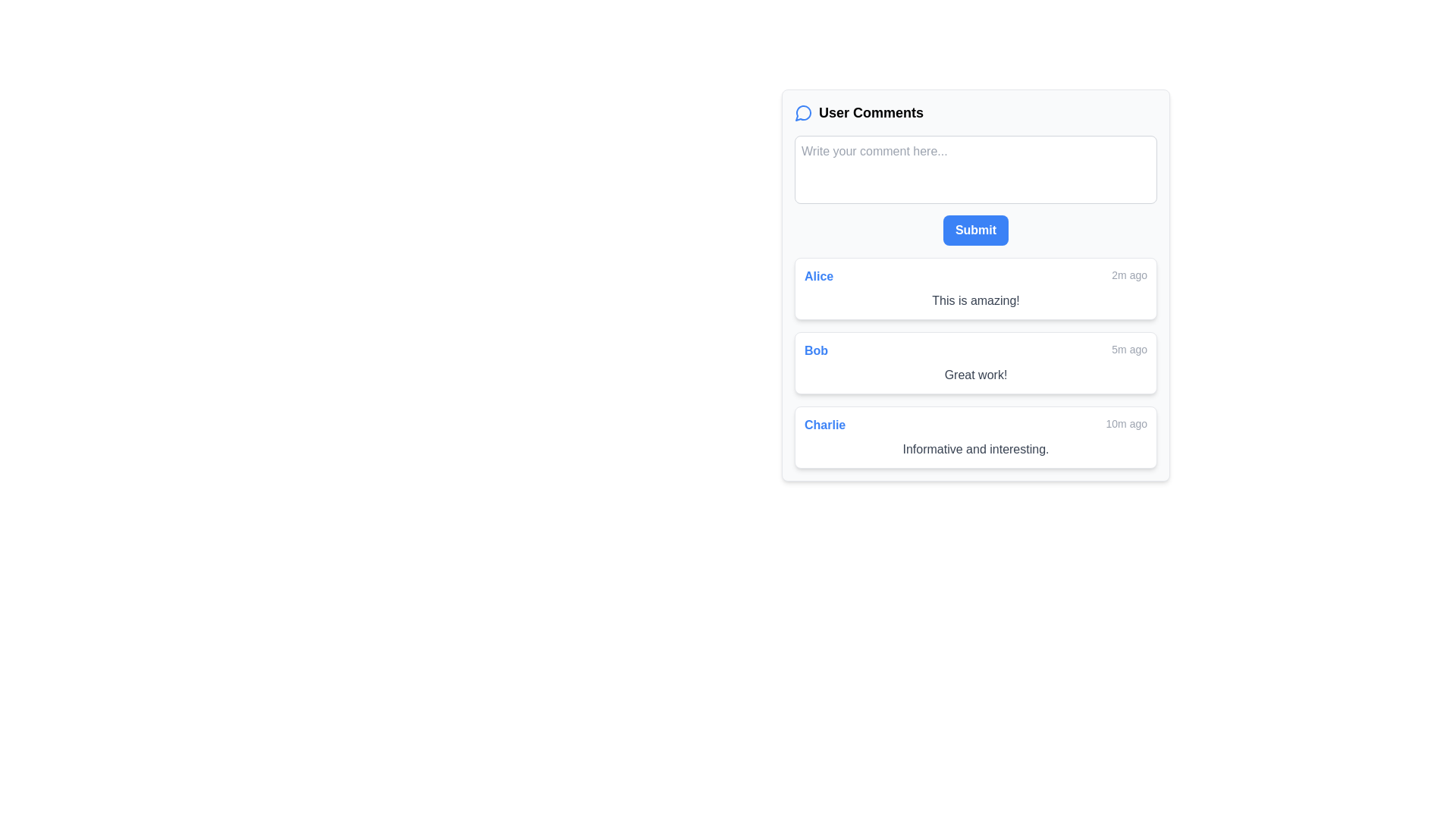  I want to click on the text label displaying 'Alice' in bold blue font located in the topmost comment section, positioned to the left of the timestamp '2m ago', so click(818, 277).